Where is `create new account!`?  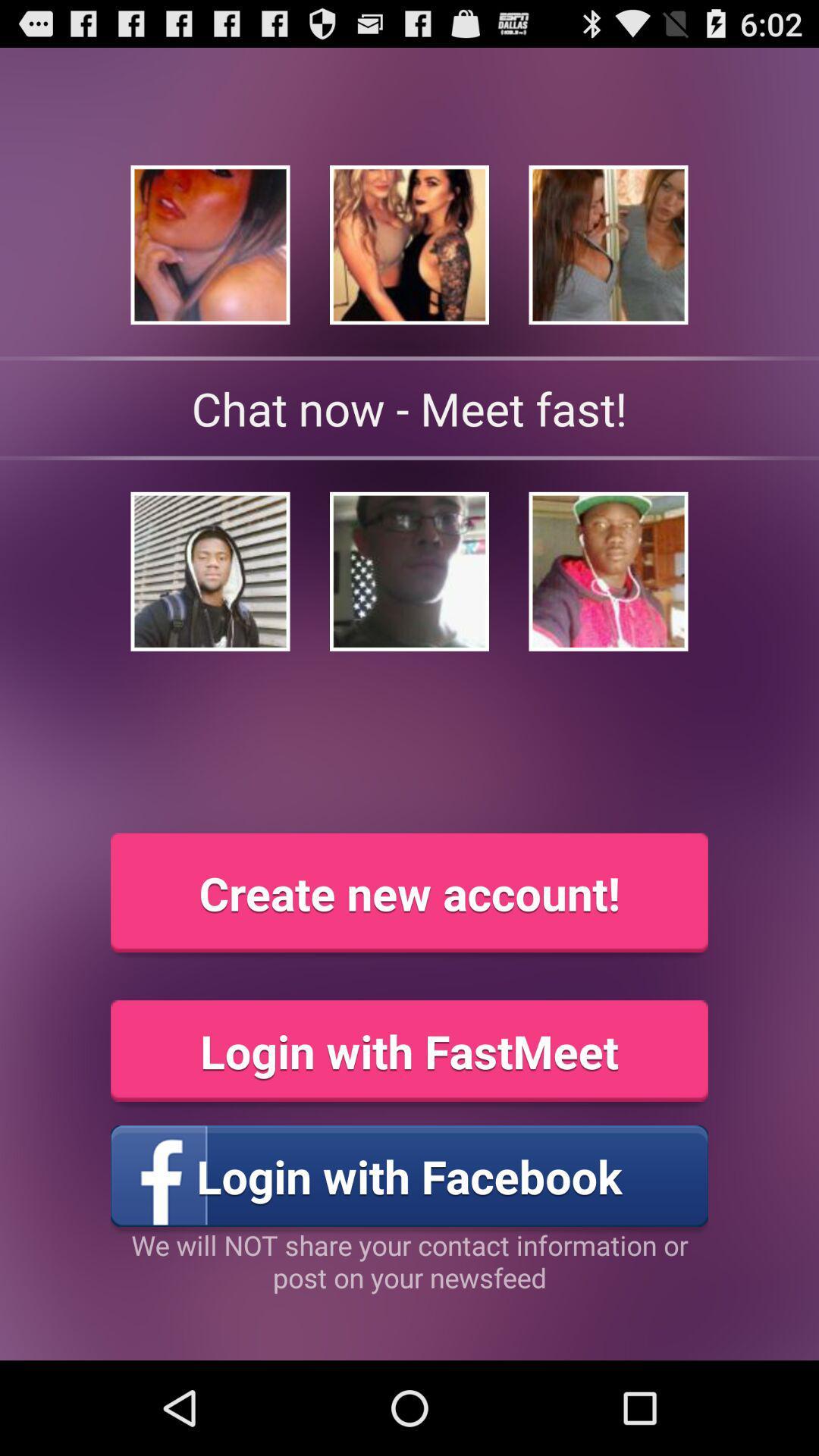
create new account! is located at coordinates (409, 893).